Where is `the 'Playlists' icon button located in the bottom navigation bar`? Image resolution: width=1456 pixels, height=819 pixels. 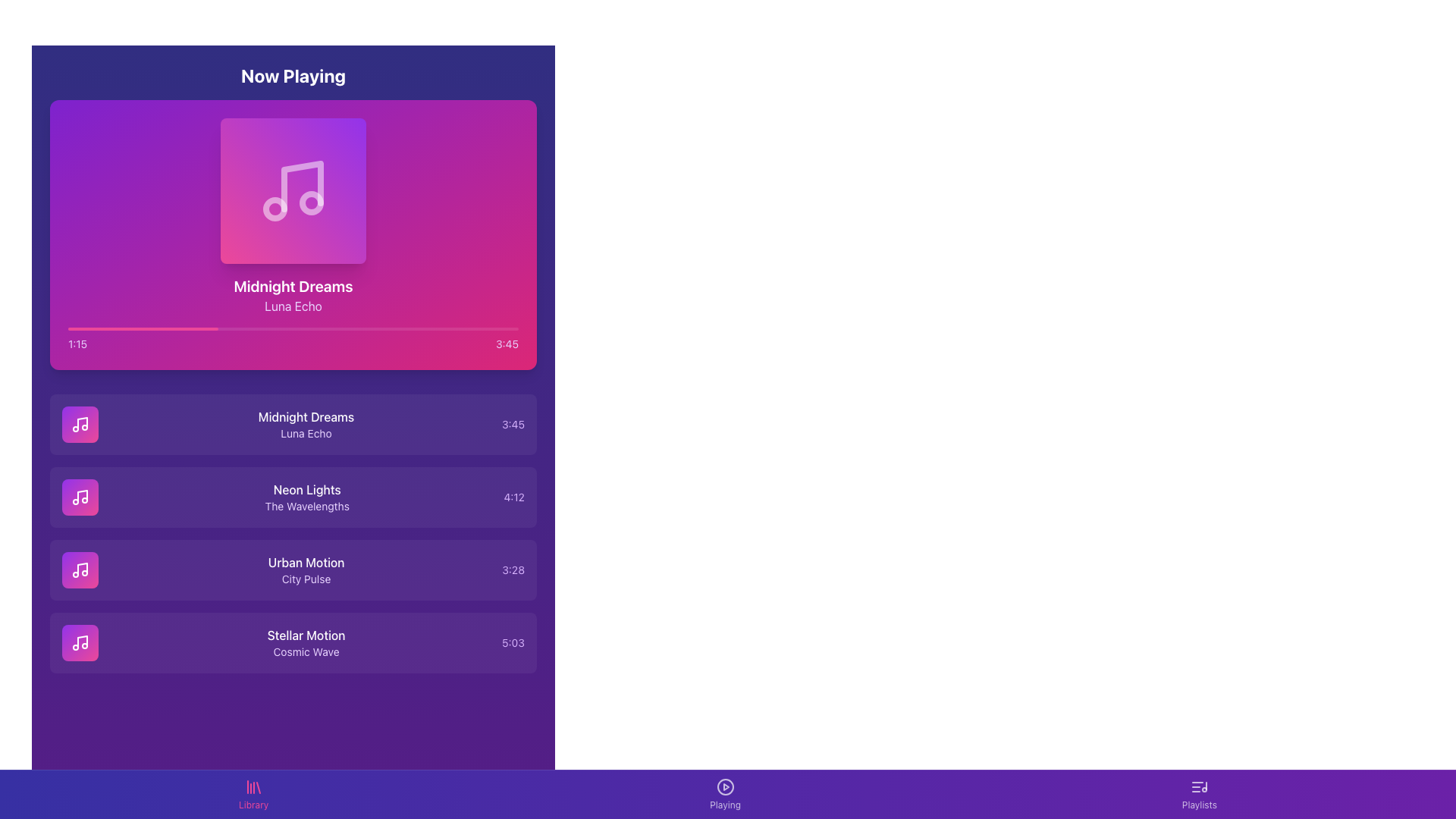 the 'Playlists' icon button located in the bottom navigation bar is located at coordinates (1198, 786).